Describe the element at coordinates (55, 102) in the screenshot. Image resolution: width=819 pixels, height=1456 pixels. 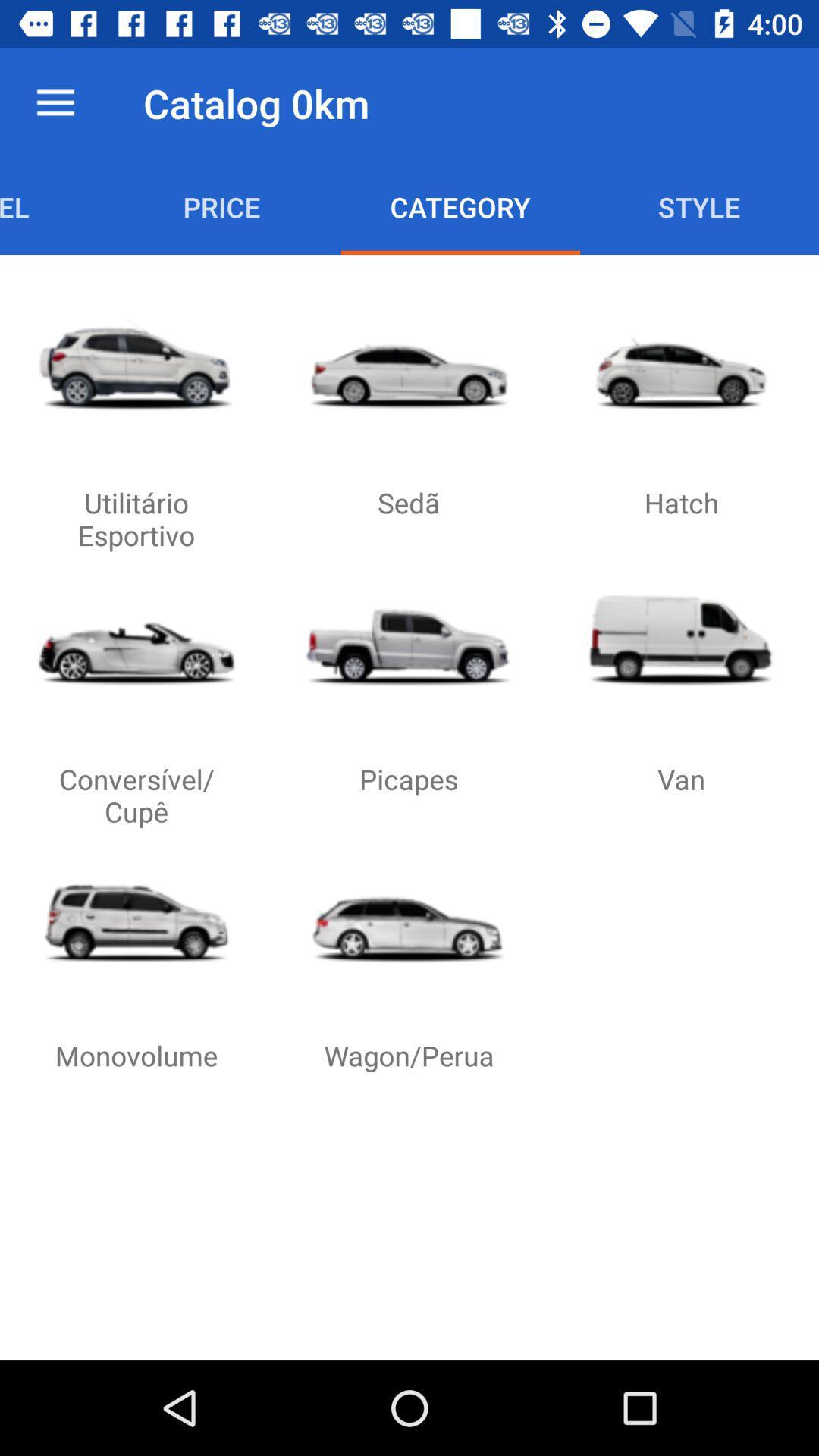
I see `the icon to the left of catalog 0km icon` at that location.